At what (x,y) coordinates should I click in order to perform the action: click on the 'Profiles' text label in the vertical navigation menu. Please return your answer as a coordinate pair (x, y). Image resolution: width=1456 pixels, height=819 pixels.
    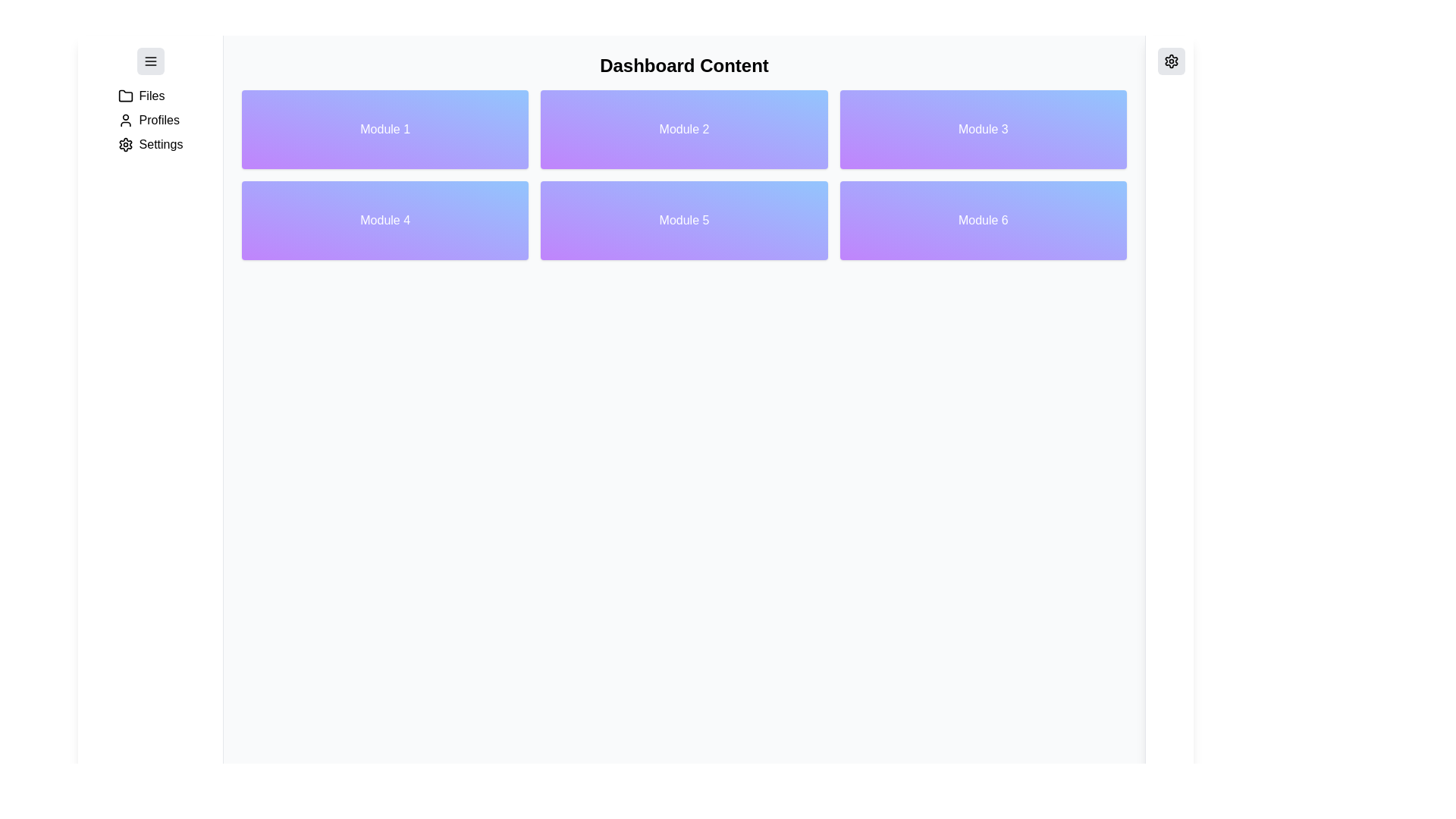
    Looking at the image, I should click on (159, 119).